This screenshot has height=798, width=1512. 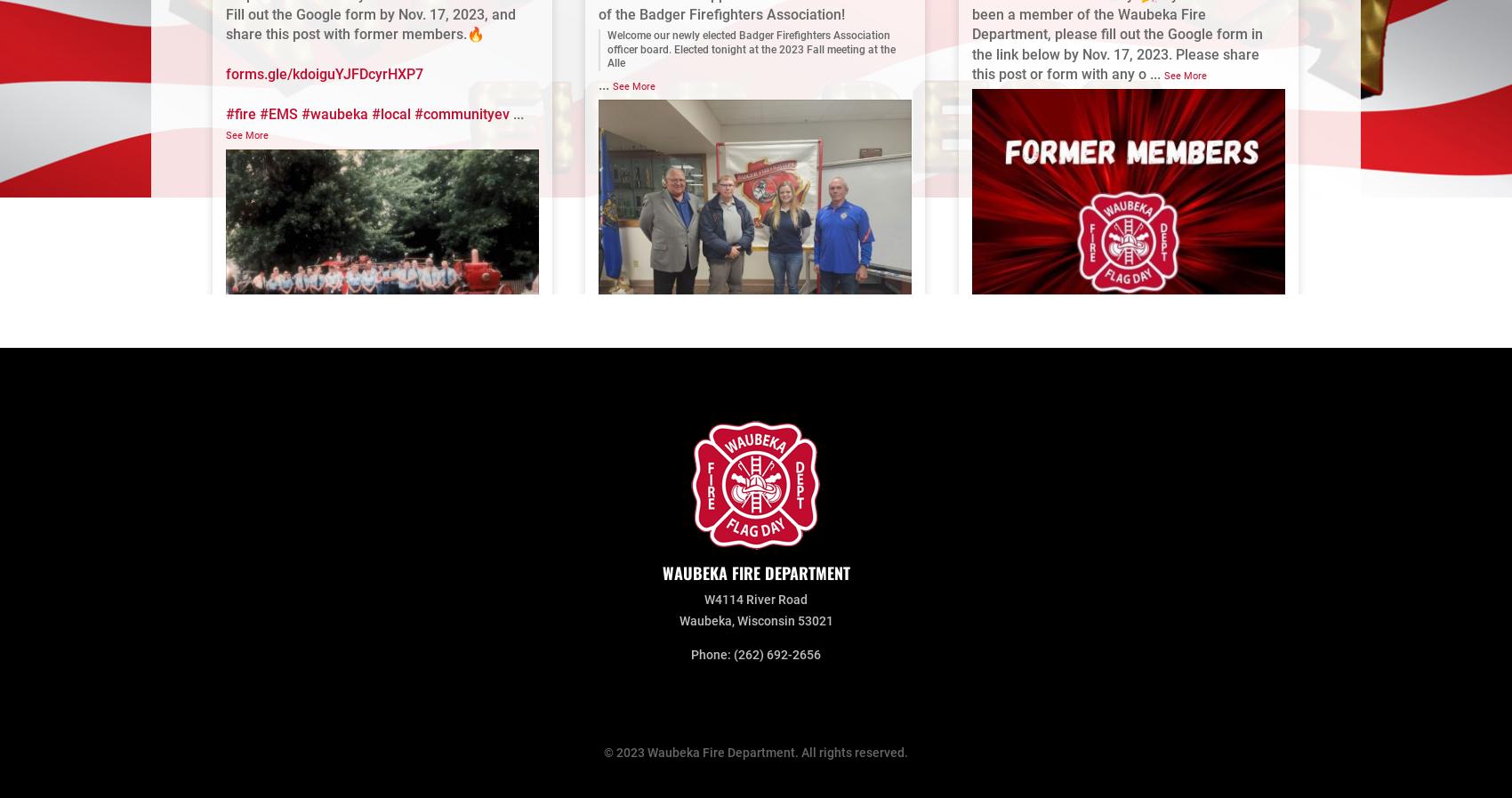 What do you see at coordinates (704, 600) in the screenshot?
I see `'W4114 River Road'` at bounding box center [704, 600].